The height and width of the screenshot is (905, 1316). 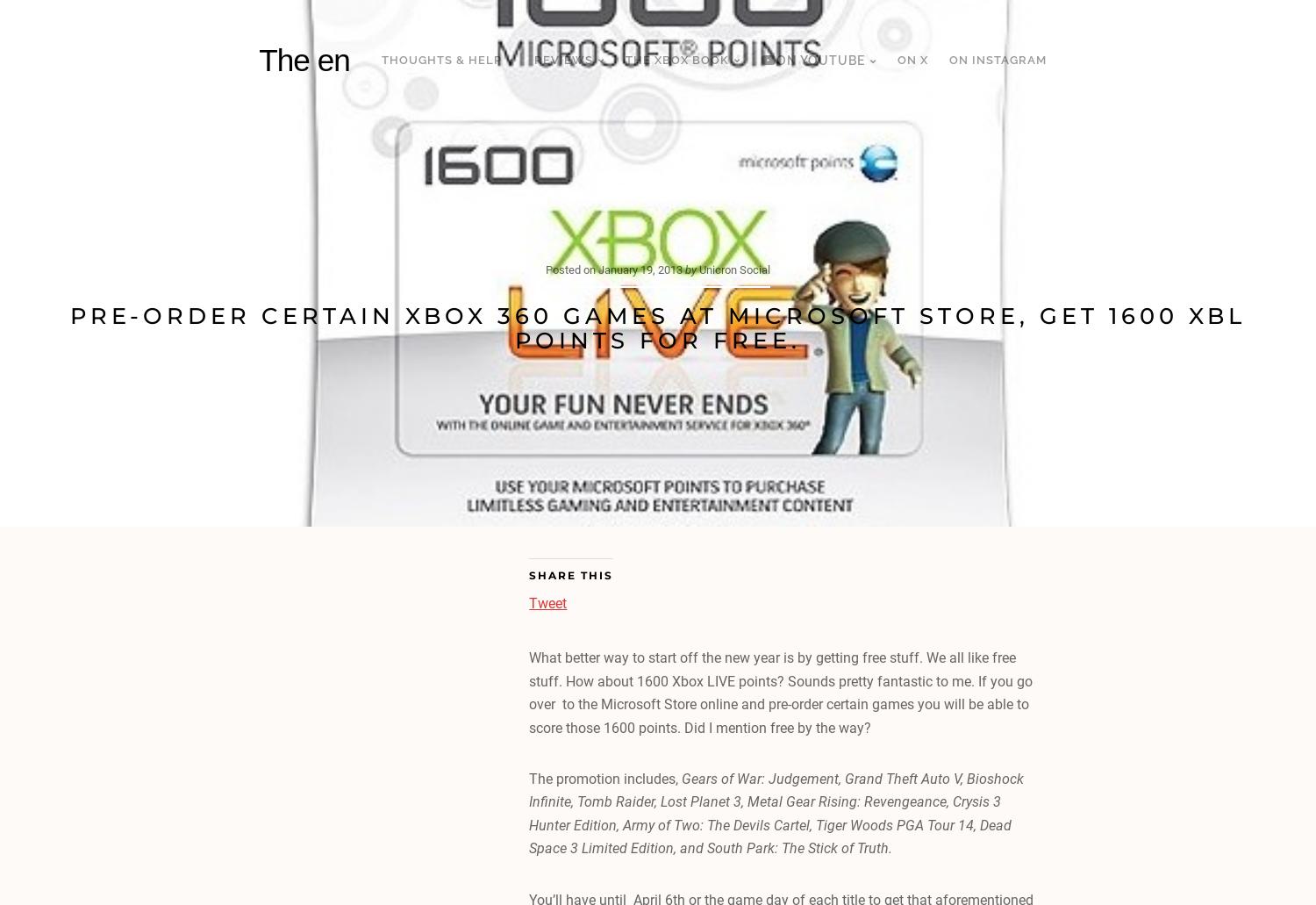 I want to click on 'Unicron Social', so click(x=733, y=269).